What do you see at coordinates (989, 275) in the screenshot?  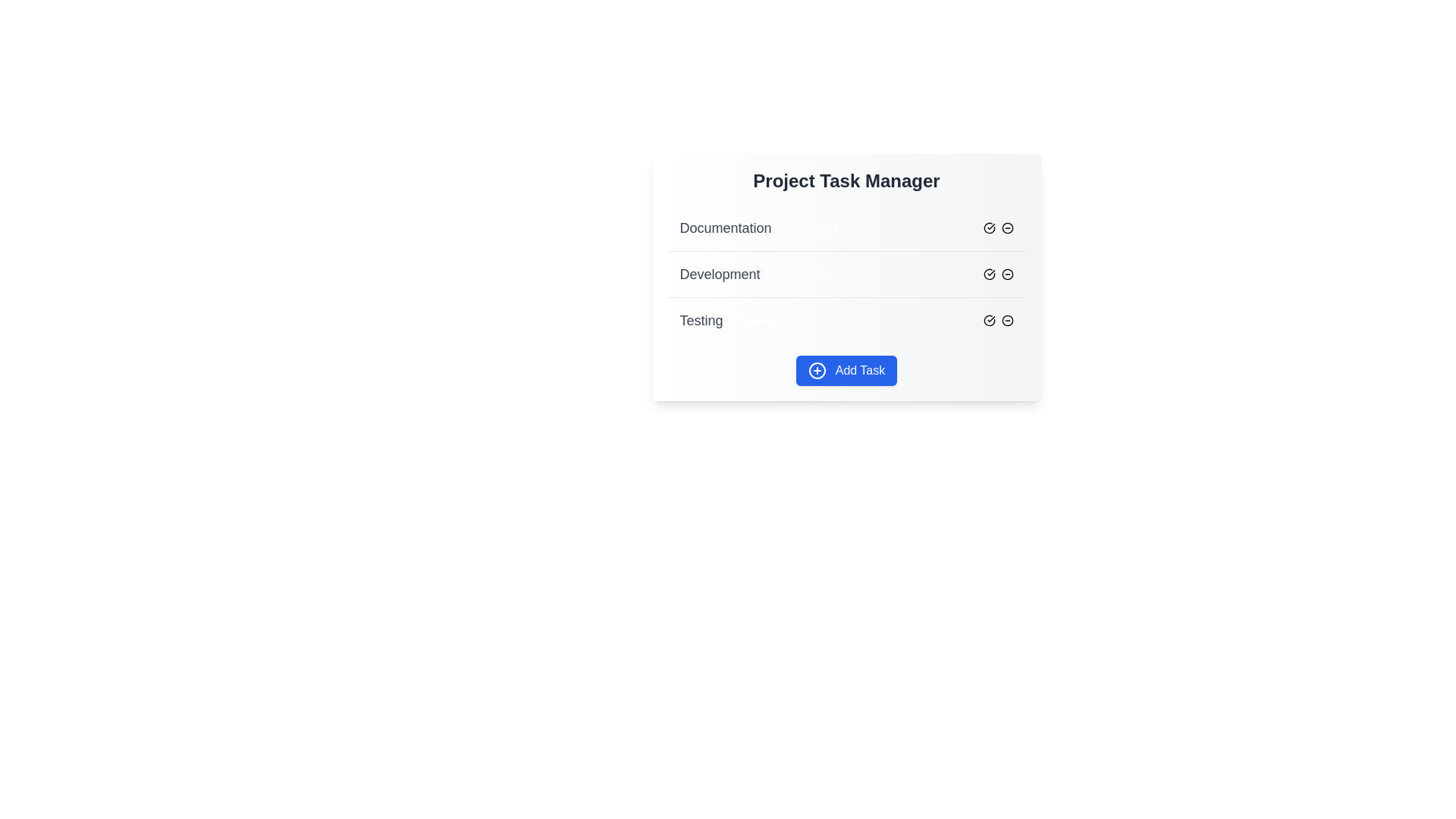 I see `the circular checkmark button located to the right of the 'Development' task identifier` at bounding box center [989, 275].